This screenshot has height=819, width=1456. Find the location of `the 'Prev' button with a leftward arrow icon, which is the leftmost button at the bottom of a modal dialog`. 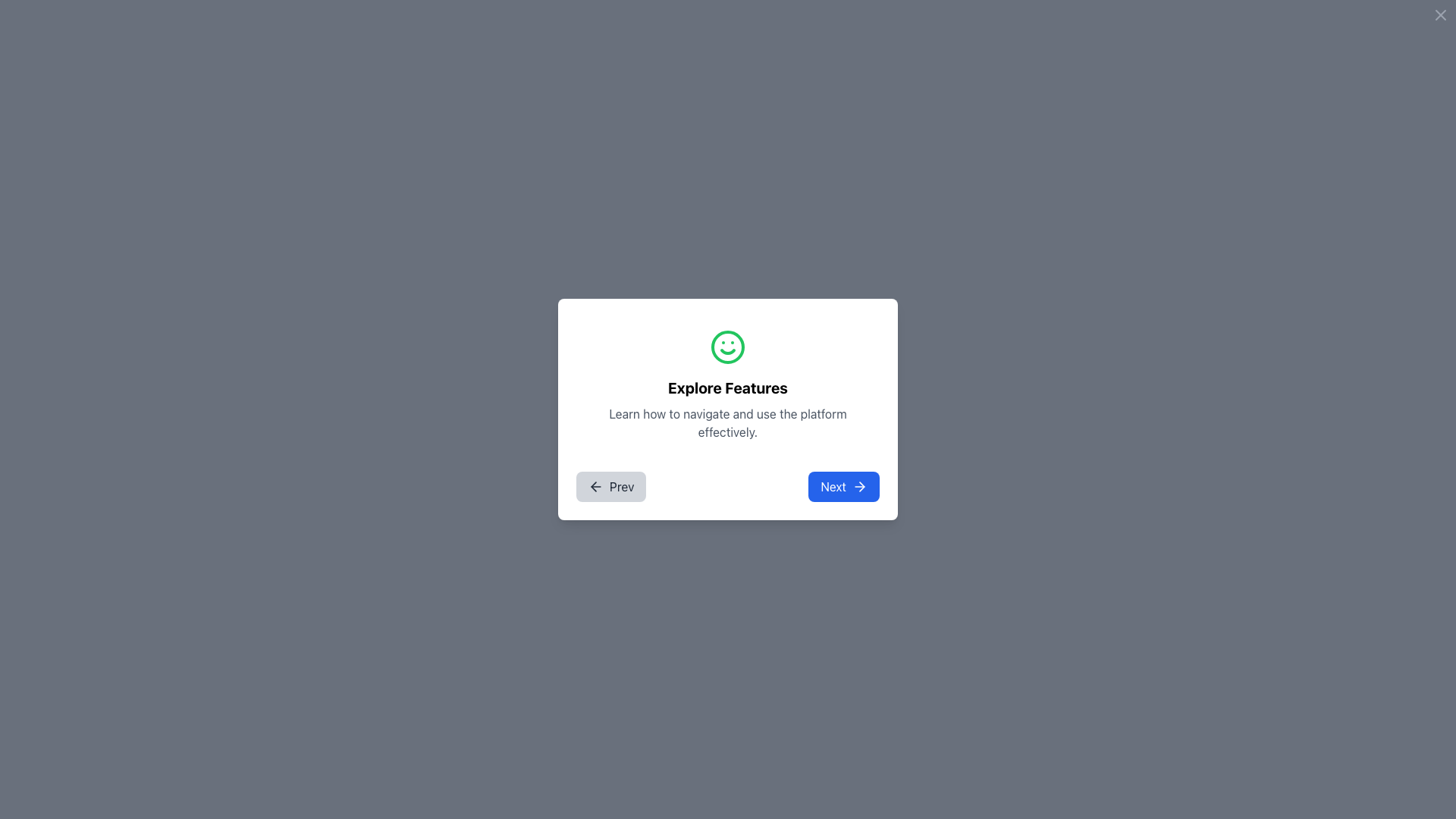

the 'Prev' button with a leftward arrow icon, which is the leftmost button at the bottom of a modal dialog is located at coordinates (611, 486).